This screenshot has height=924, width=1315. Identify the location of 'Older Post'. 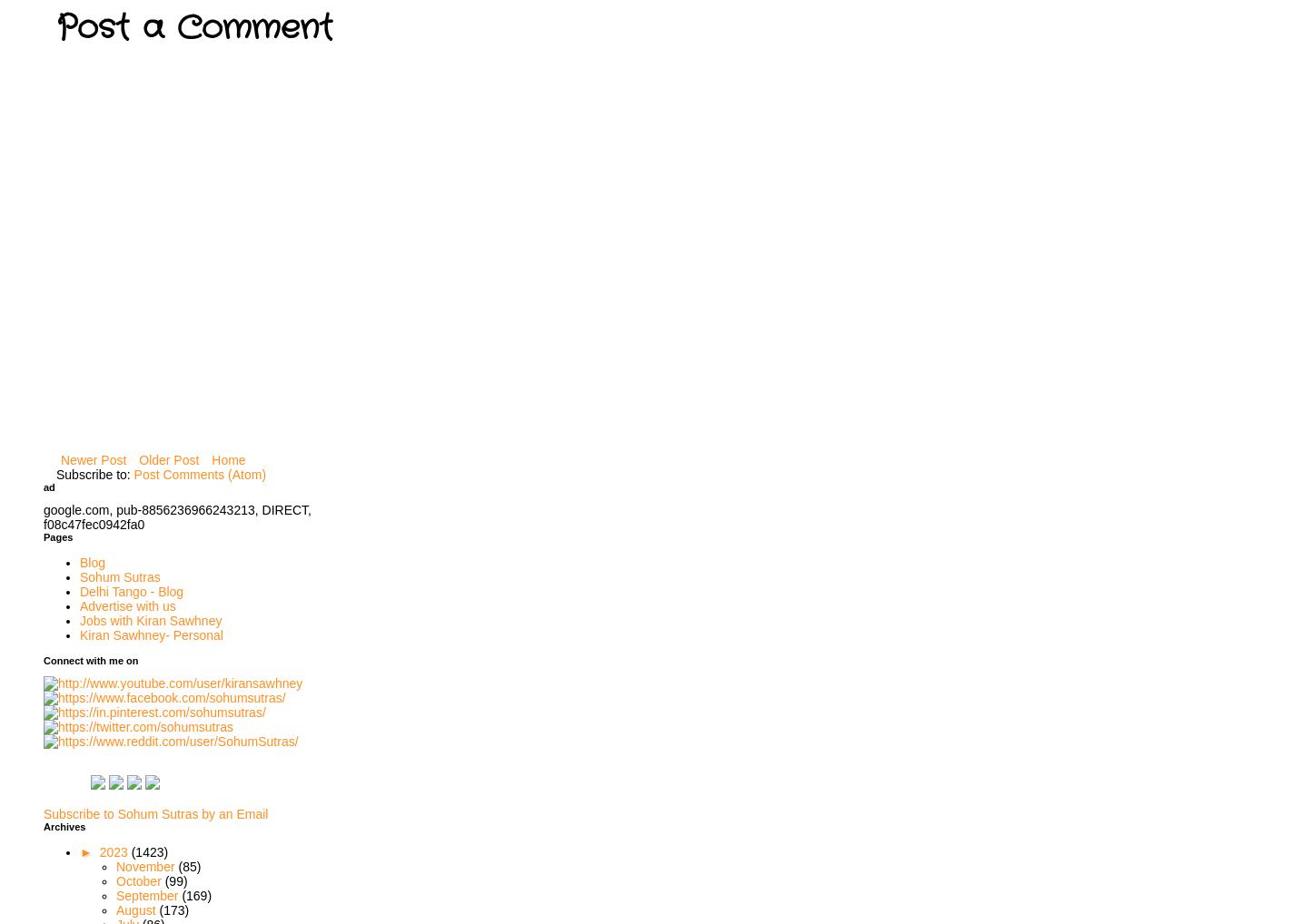
(169, 459).